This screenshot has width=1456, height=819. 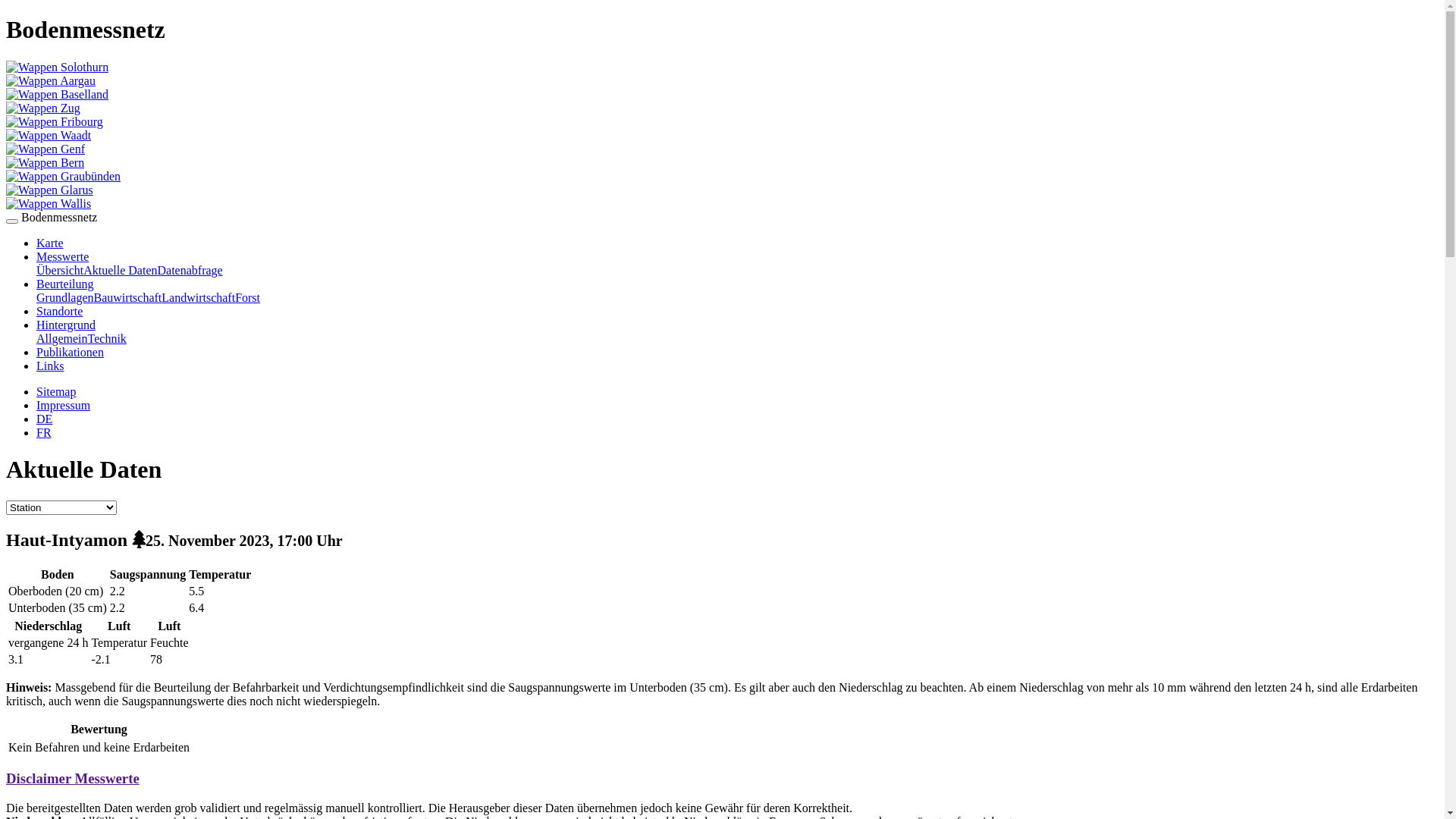 I want to click on 'Impressum', so click(x=62, y=404).